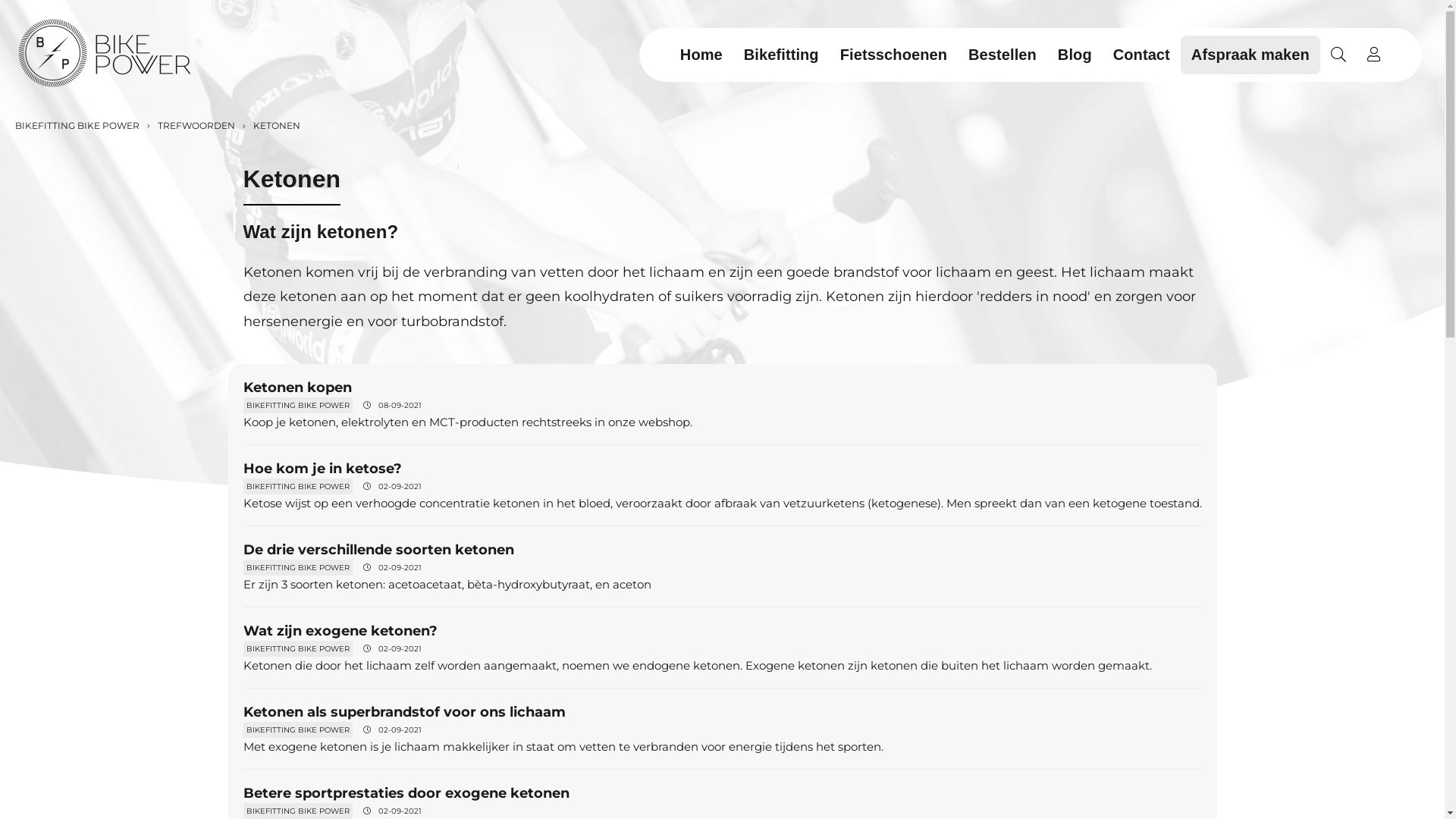 This screenshot has width=1456, height=819. What do you see at coordinates (733, 53) in the screenshot?
I see `'Bikefitting'` at bounding box center [733, 53].